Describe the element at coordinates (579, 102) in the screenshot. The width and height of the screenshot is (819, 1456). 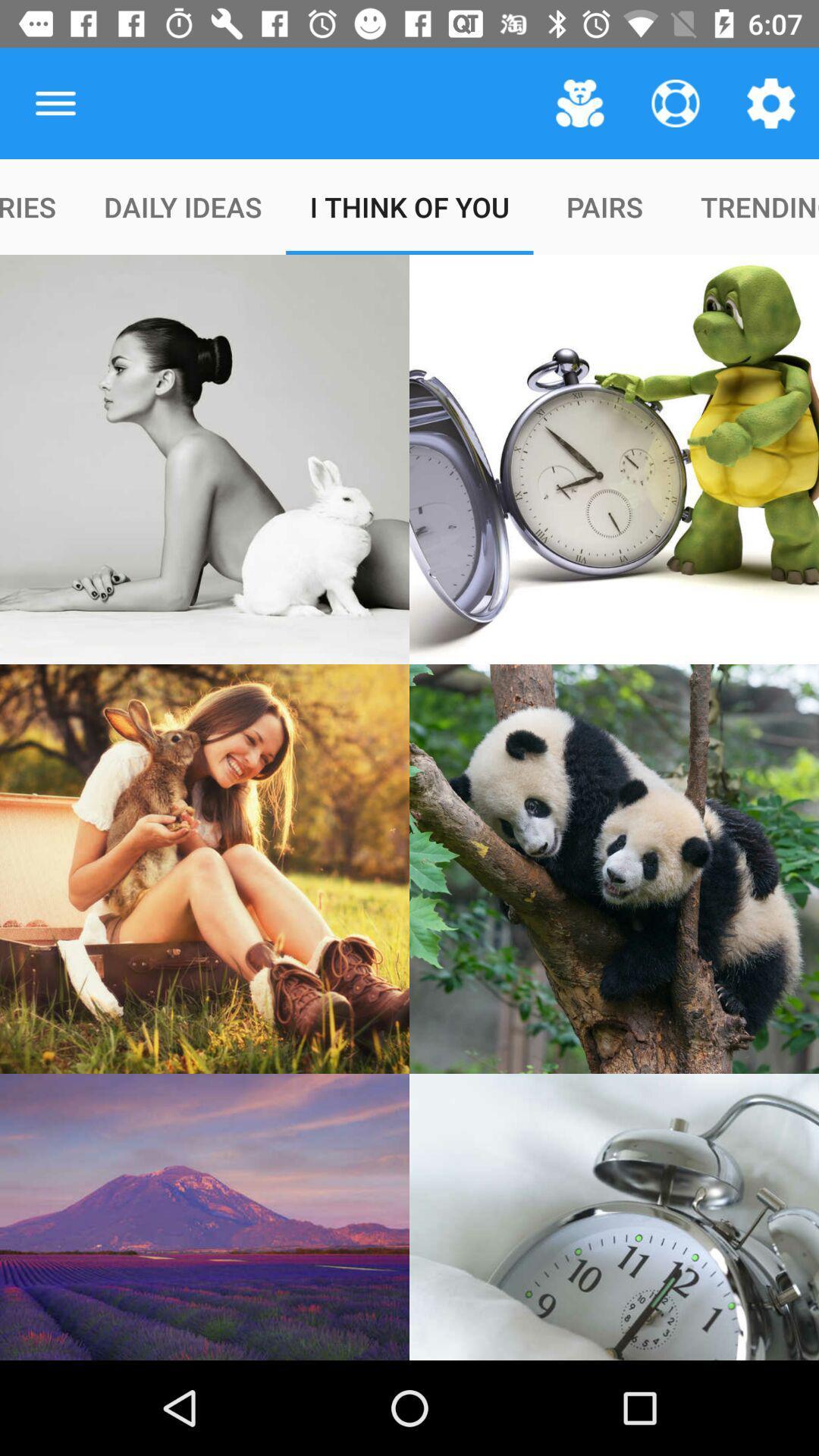
I see `the icon to the right of` at that location.